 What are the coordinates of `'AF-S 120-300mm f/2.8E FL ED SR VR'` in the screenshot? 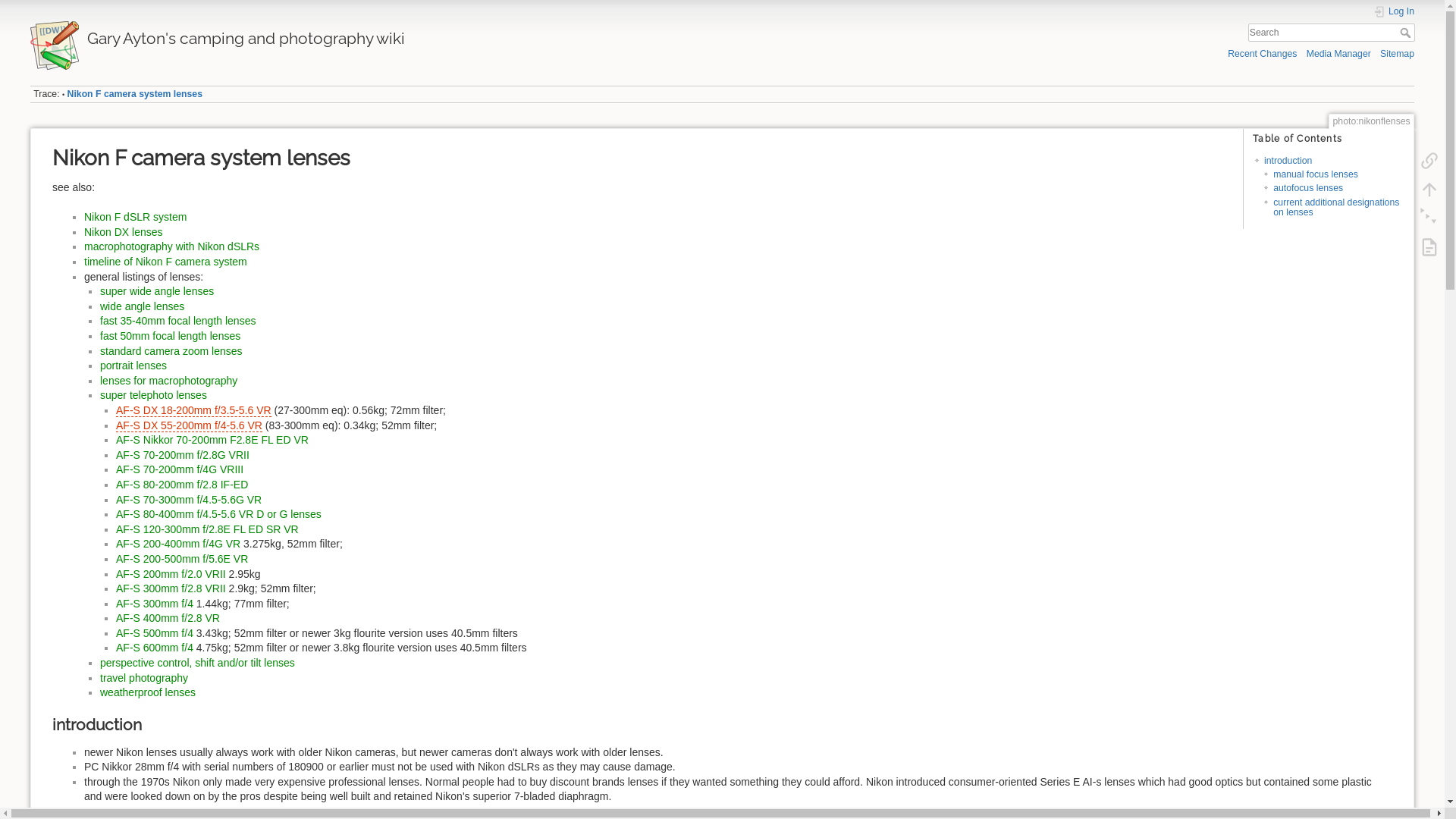 It's located at (206, 529).